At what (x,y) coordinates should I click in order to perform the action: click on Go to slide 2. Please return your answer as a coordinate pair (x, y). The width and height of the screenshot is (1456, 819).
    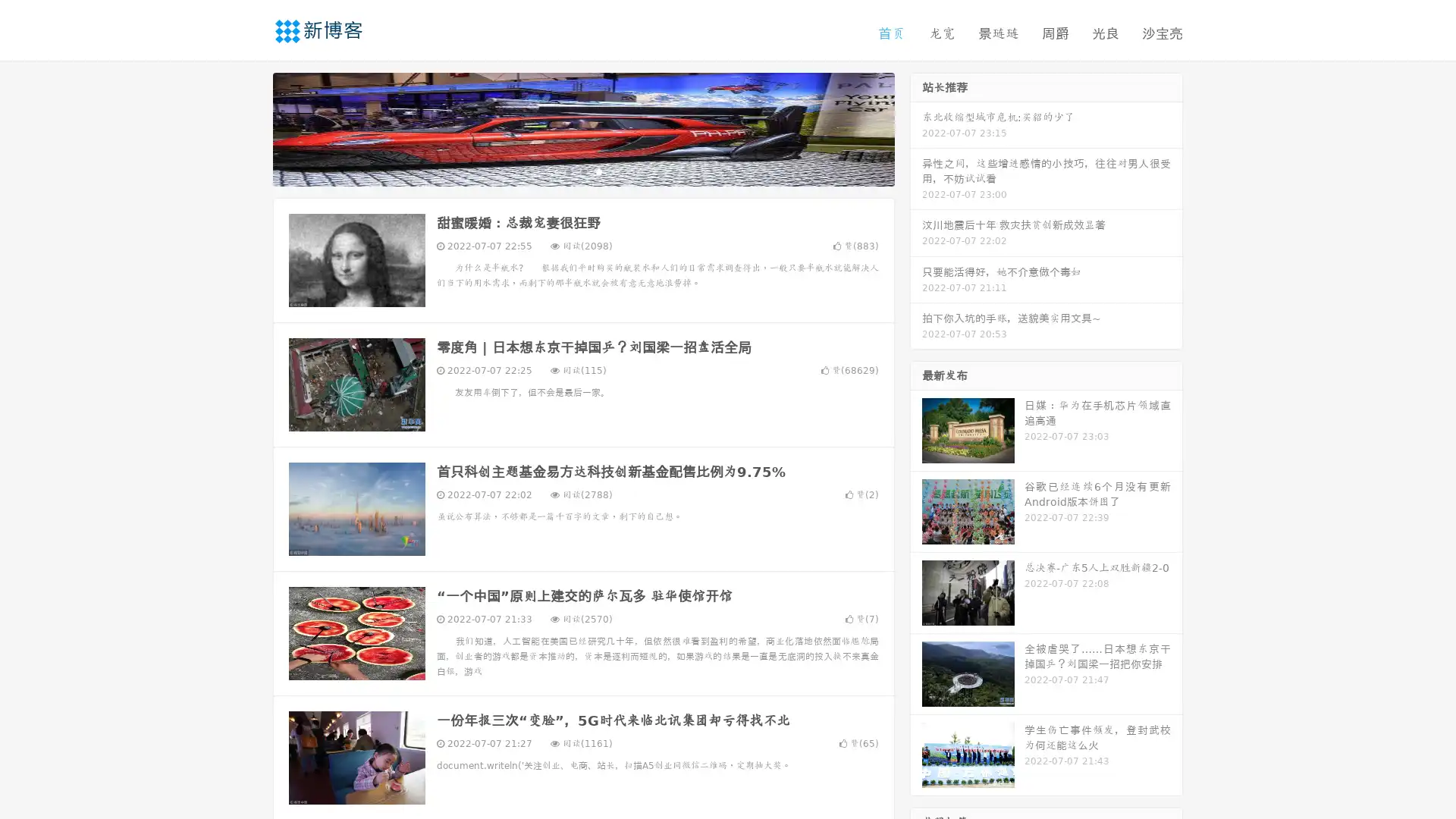
    Looking at the image, I should click on (582, 171).